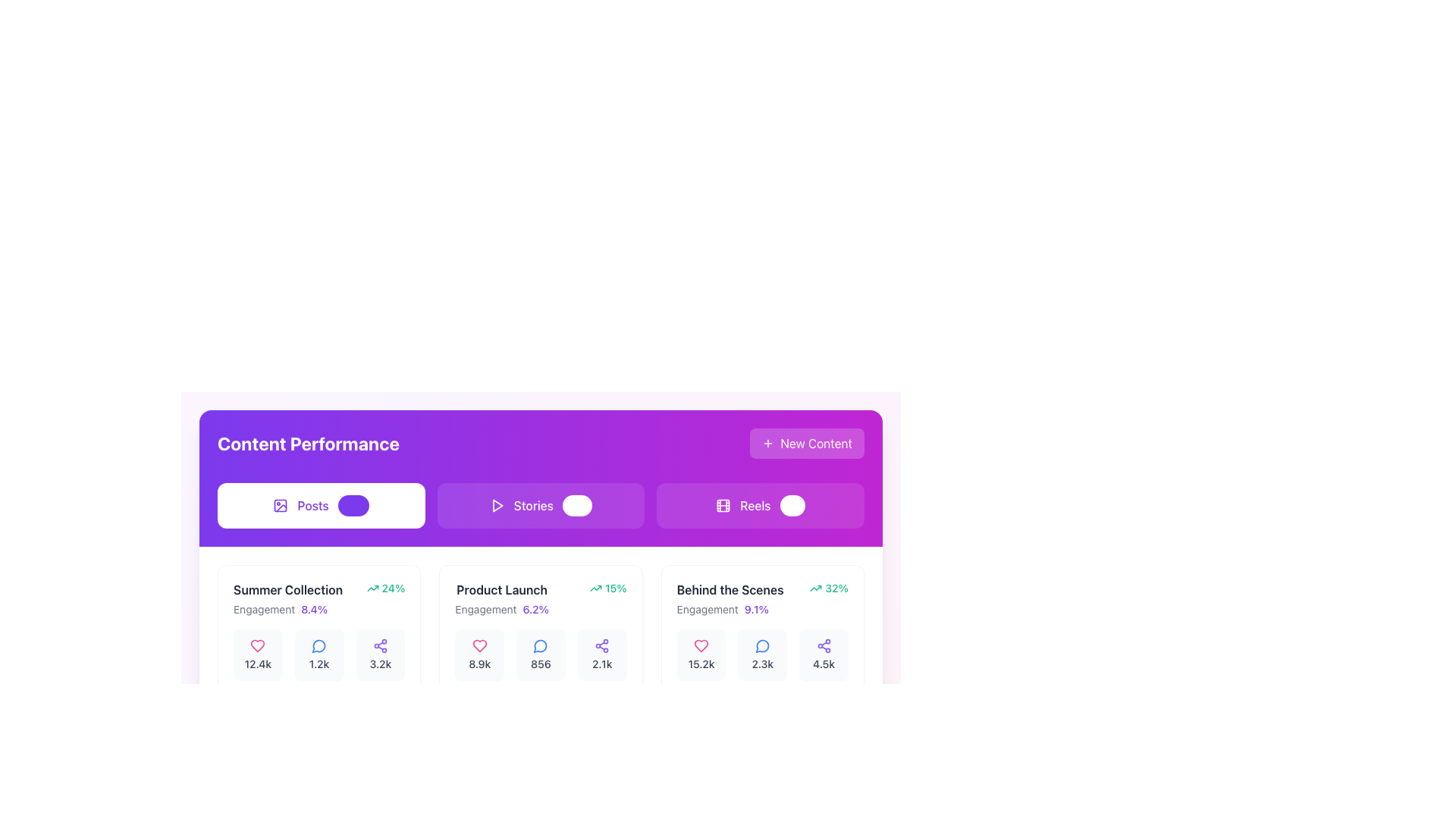 Image resolution: width=1456 pixels, height=819 pixels. Describe the element at coordinates (601, 663) in the screenshot. I see `the text label displaying '2.1k' located at the bottom-right part of the performance metrics section` at that location.